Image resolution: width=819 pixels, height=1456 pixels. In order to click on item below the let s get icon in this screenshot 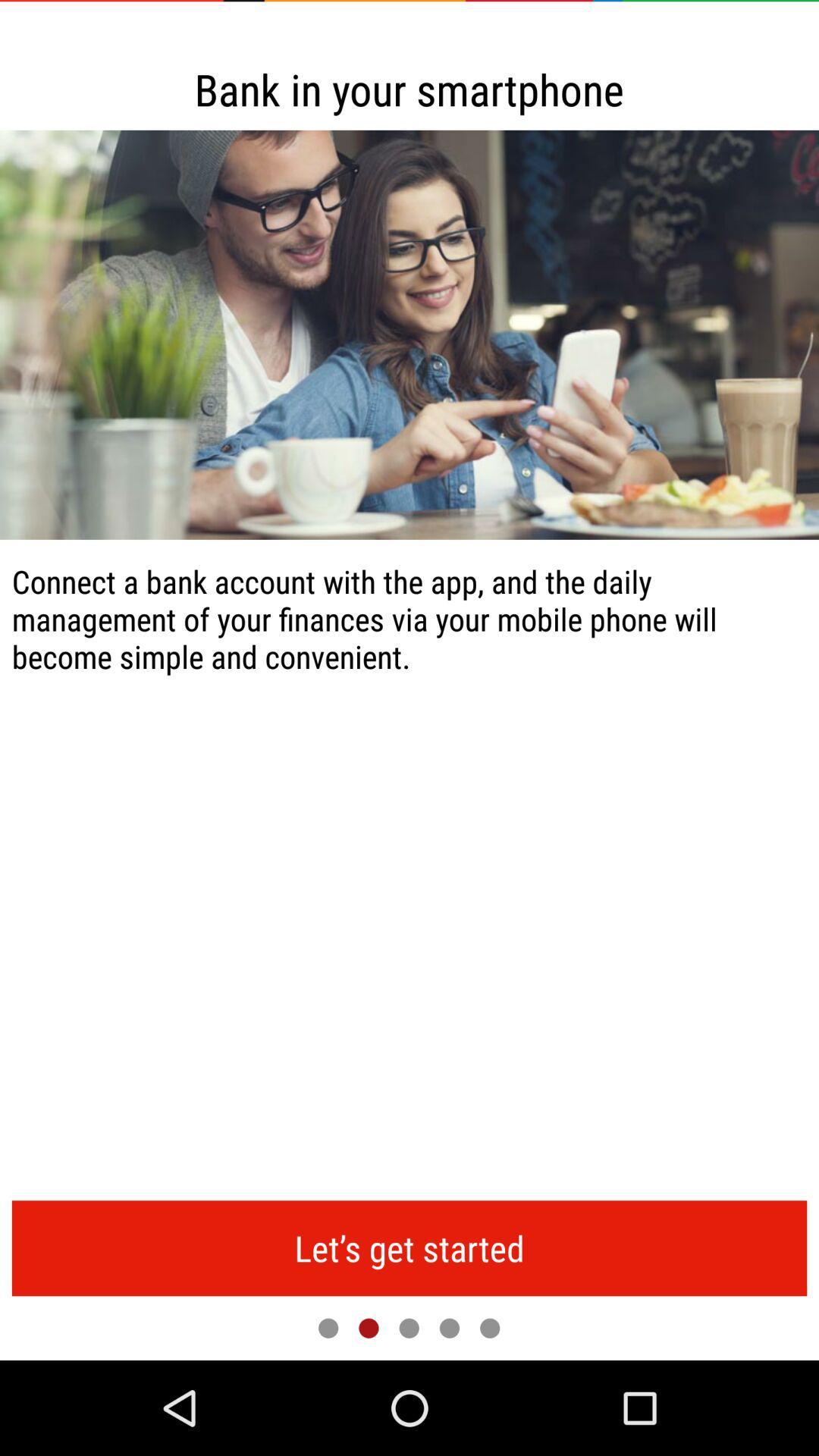, I will do `click(448, 1327)`.